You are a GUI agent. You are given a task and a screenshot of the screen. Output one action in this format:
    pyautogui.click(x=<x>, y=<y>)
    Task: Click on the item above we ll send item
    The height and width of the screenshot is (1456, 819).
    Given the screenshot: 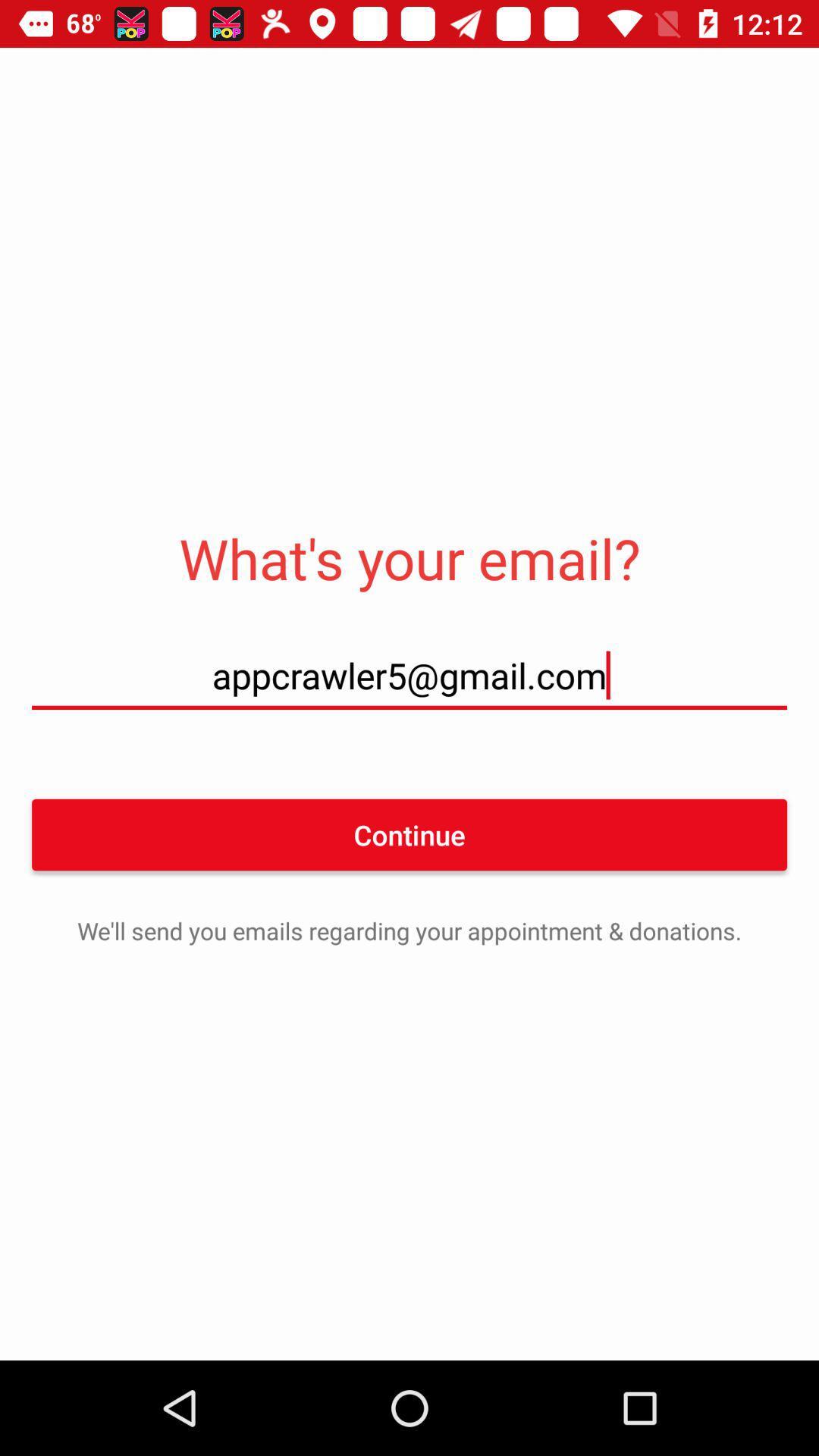 What is the action you would take?
    pyautogui.click(x=409, y=833)
    